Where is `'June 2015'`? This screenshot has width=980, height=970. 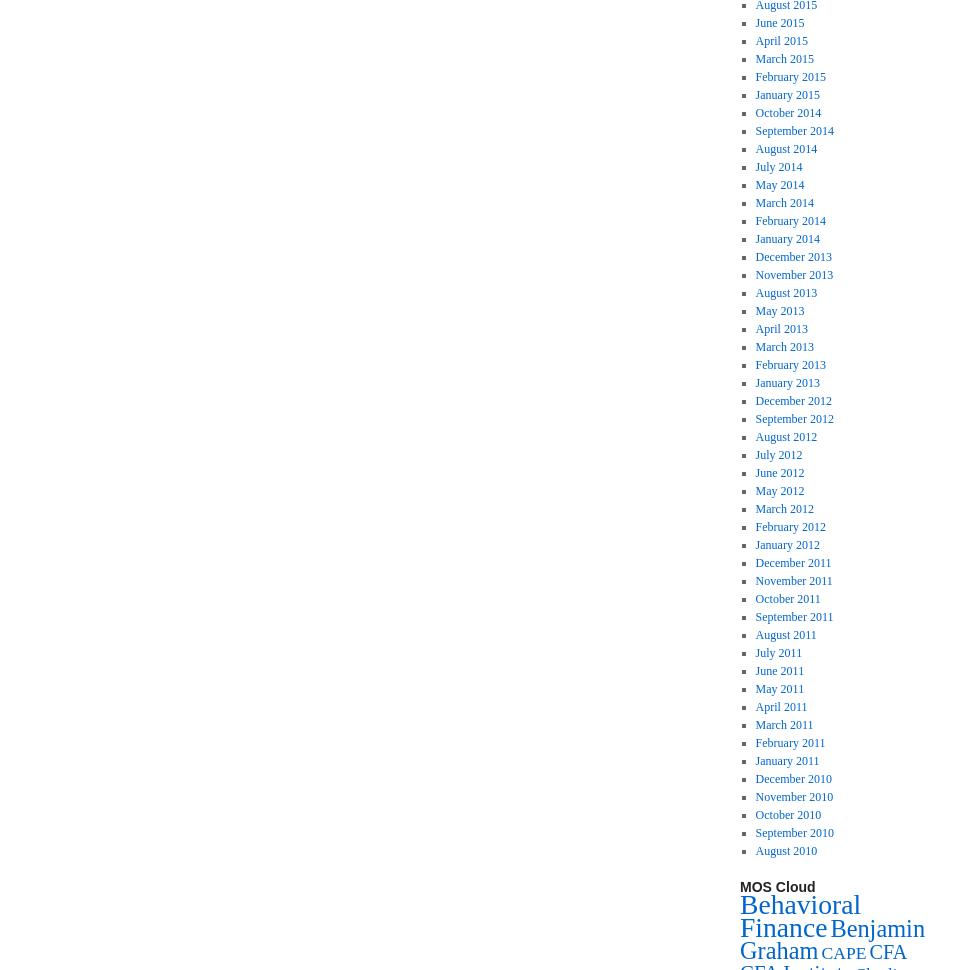
'June 2015' is located at coordinates (754, 22).